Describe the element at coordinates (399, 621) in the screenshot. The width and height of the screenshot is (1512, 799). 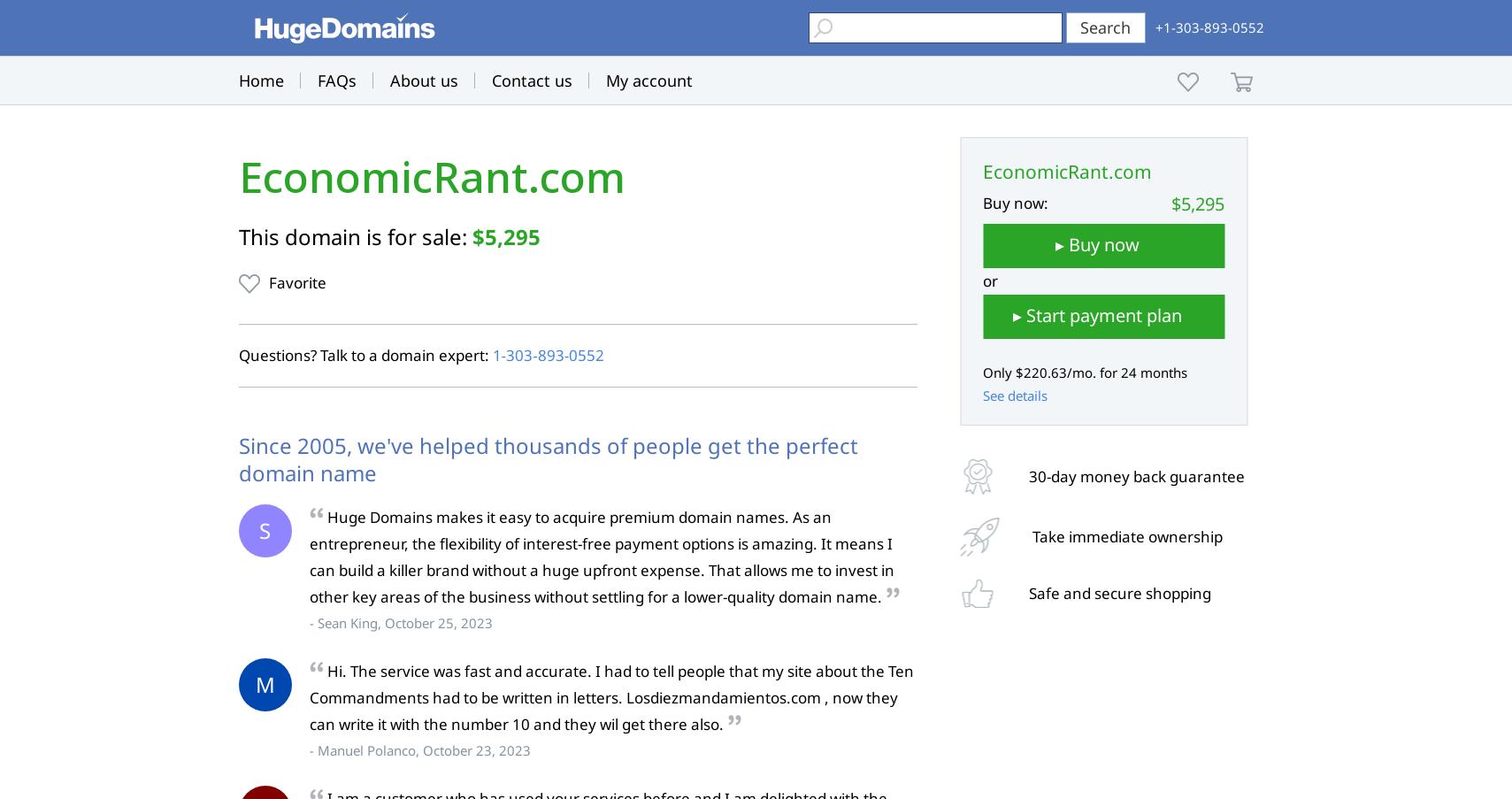
I see `'- Sean King, October 25, 2023'` at that location.